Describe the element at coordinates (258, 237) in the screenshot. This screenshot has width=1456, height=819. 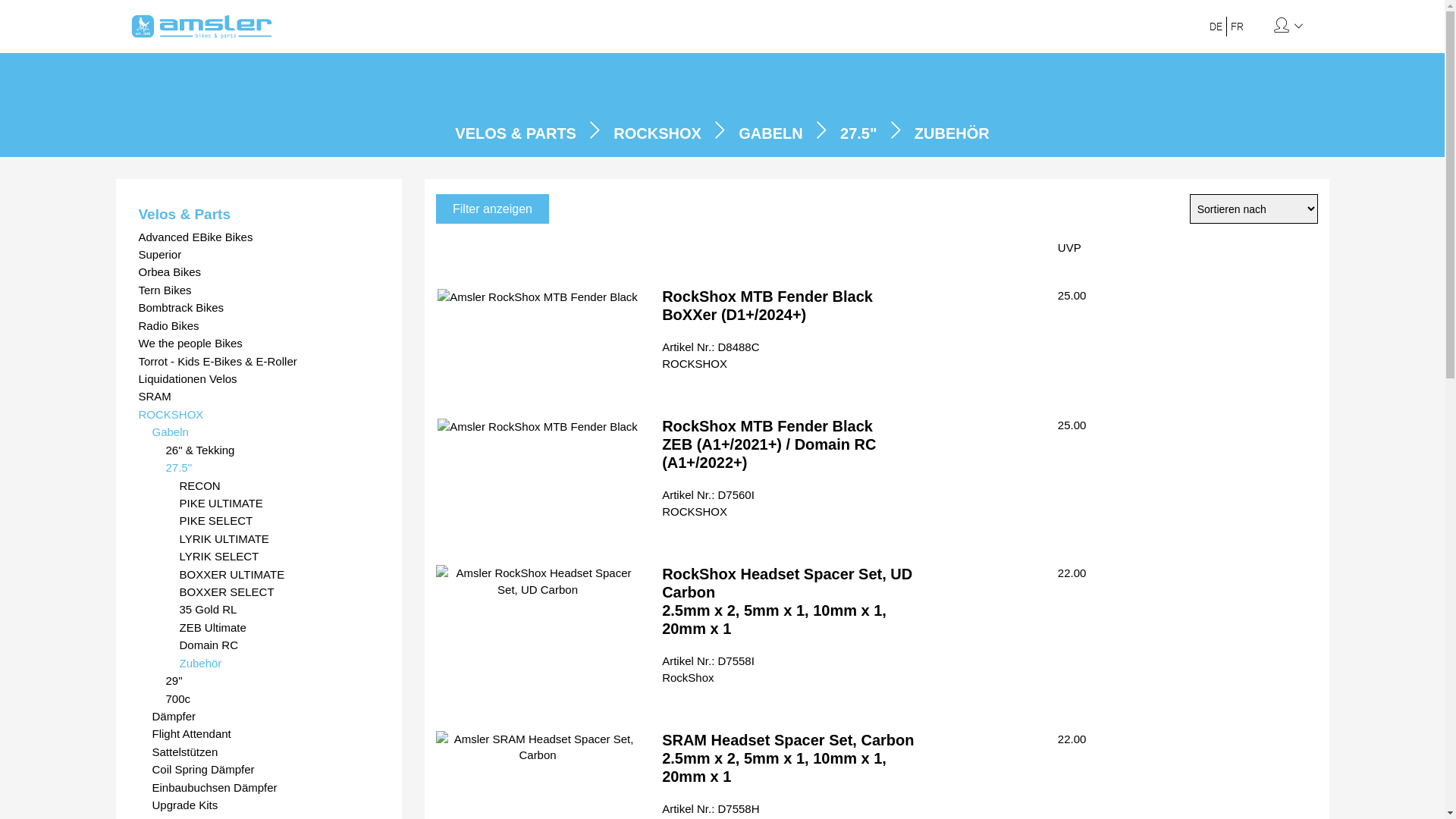
I see `'Advanced EBike Bikes'` at that location.